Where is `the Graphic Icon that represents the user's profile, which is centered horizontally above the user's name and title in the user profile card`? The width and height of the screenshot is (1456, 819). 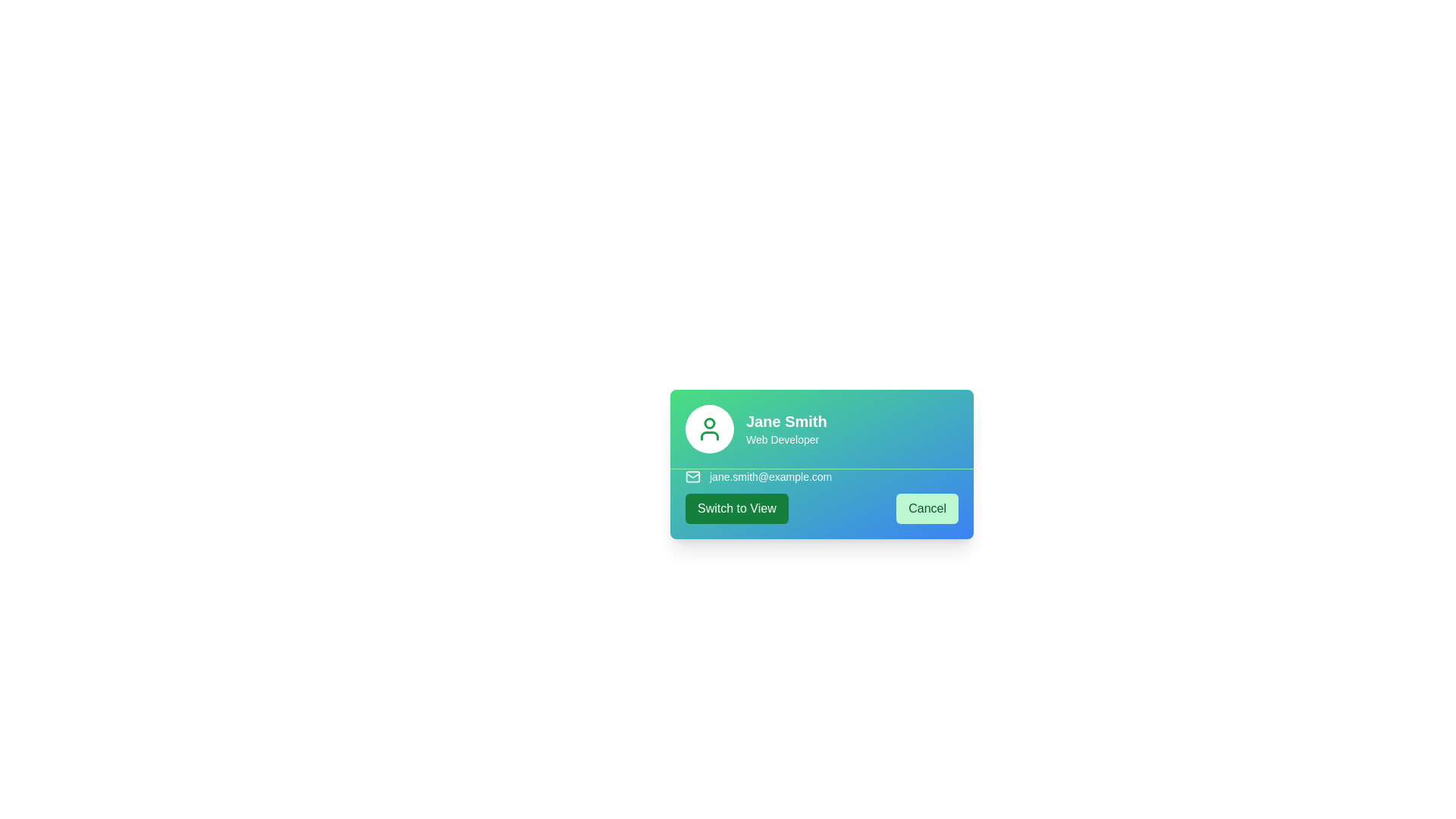
the Graphic Icon that represents the user's profile, which is centered horizontally above the user's name and title in the user profile card is located at coordinates (709, 423).